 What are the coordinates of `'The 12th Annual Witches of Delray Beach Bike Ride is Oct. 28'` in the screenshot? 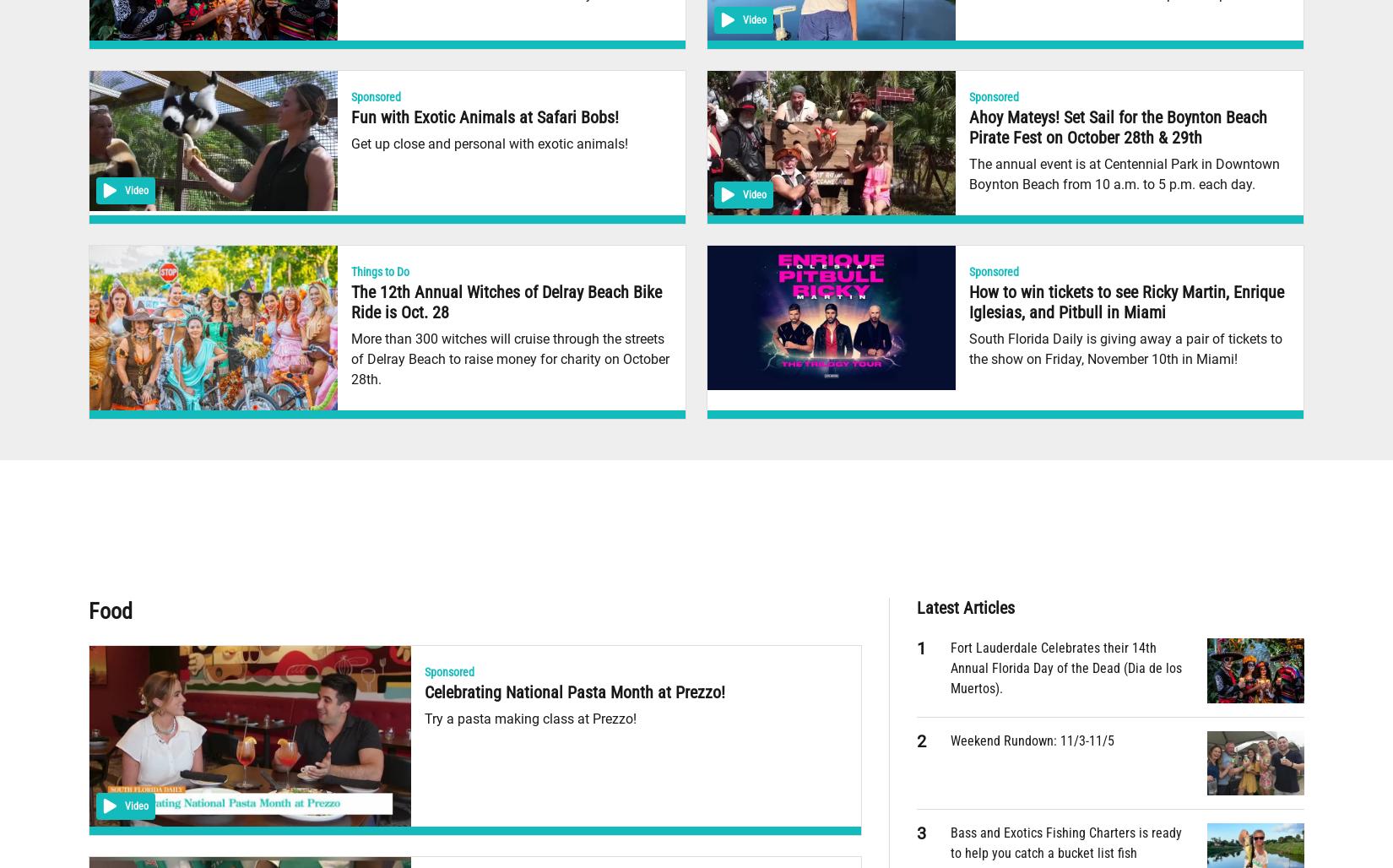 It's located at (505, 301).